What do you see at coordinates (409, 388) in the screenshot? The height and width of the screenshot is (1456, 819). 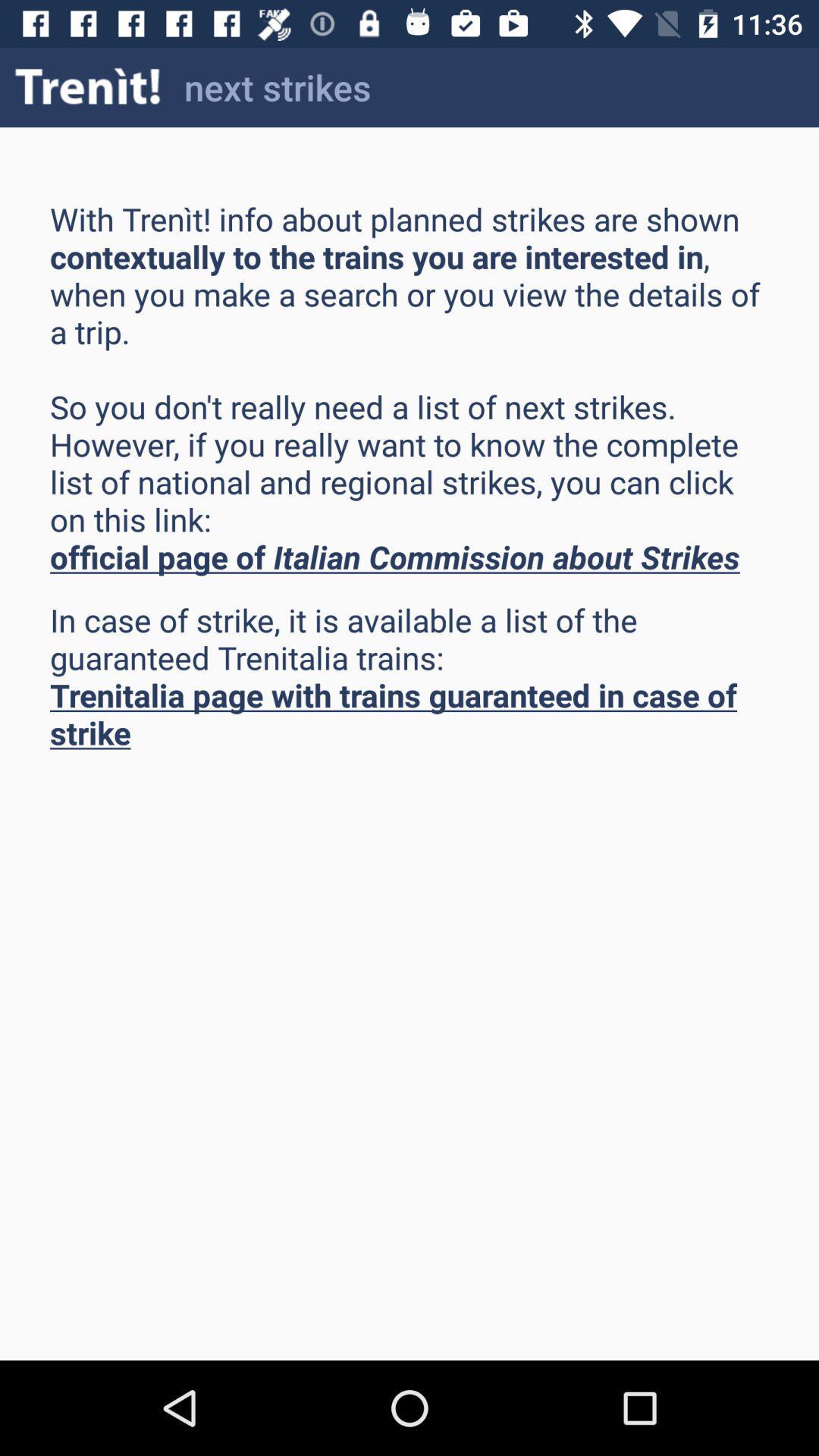 I see `item above the in case of item` at bounding box center [409, 388].